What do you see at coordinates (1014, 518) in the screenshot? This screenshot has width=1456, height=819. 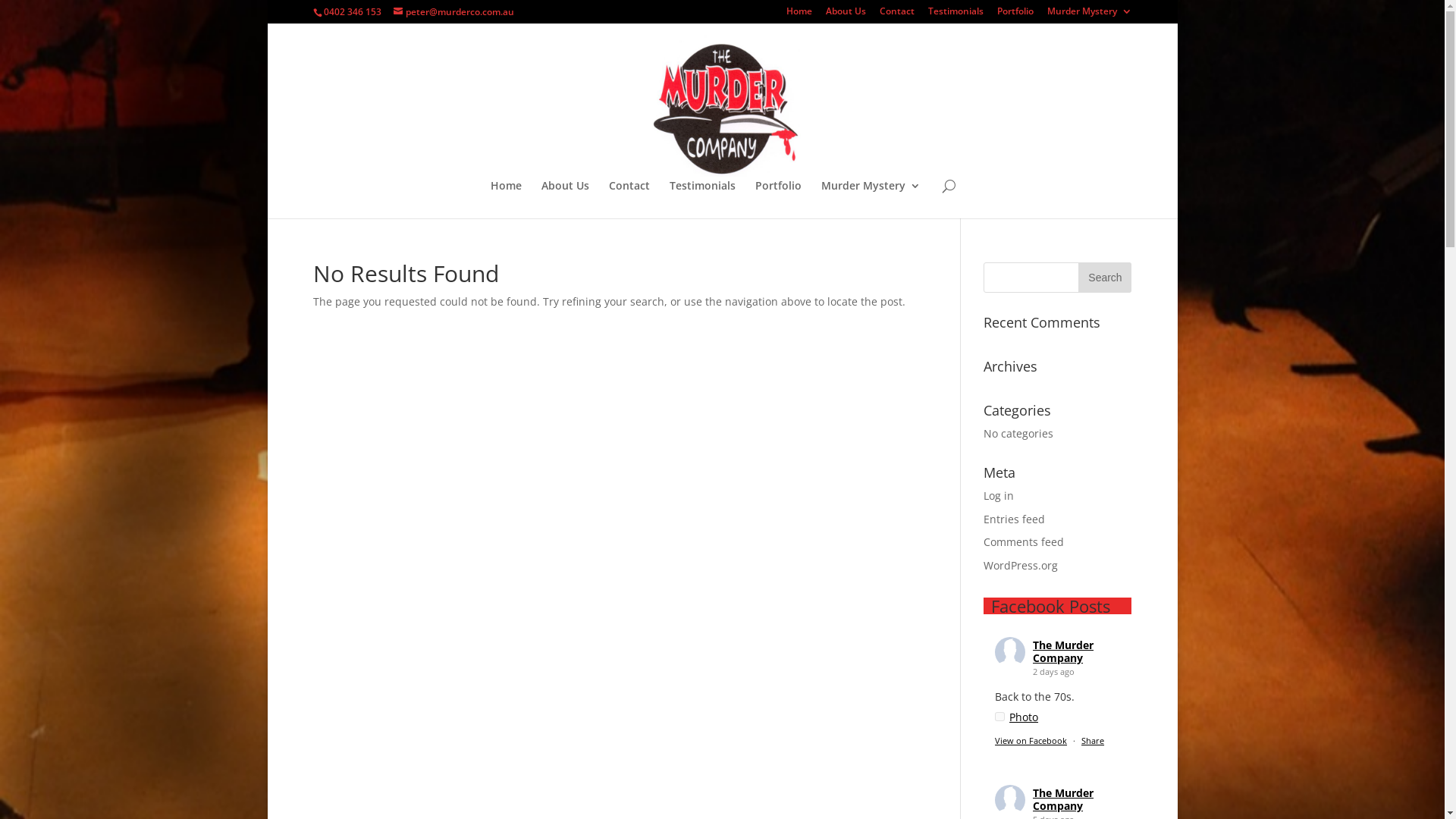 I see `'Entries feed'` at bounding box center [1014, 518].